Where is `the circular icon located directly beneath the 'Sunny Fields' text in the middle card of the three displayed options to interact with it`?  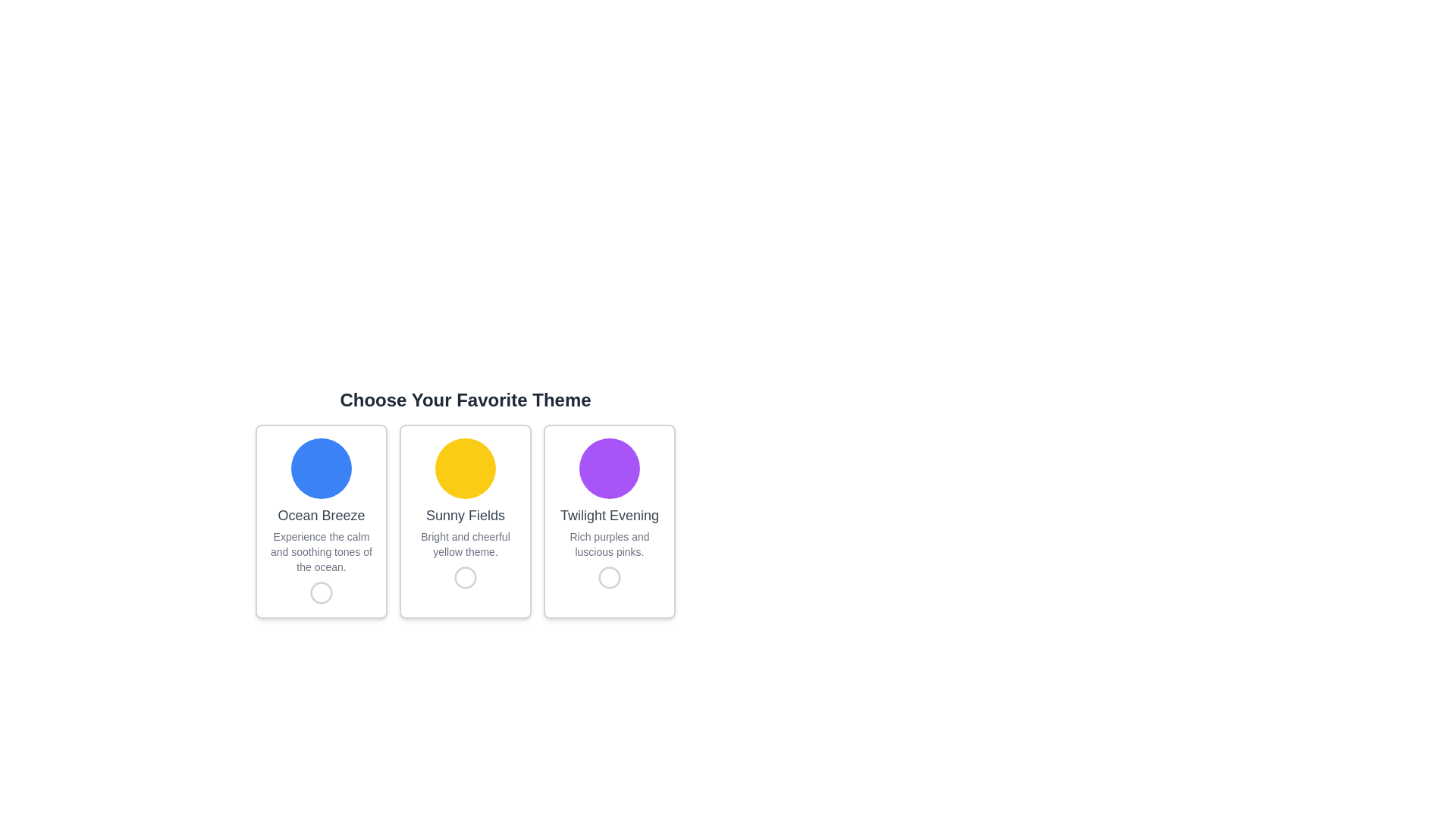 the circular icon located directly beneath the 'Sunny Fields' text in the middle card of the three displayed options to interact with it is located at coordinates (465, 578).